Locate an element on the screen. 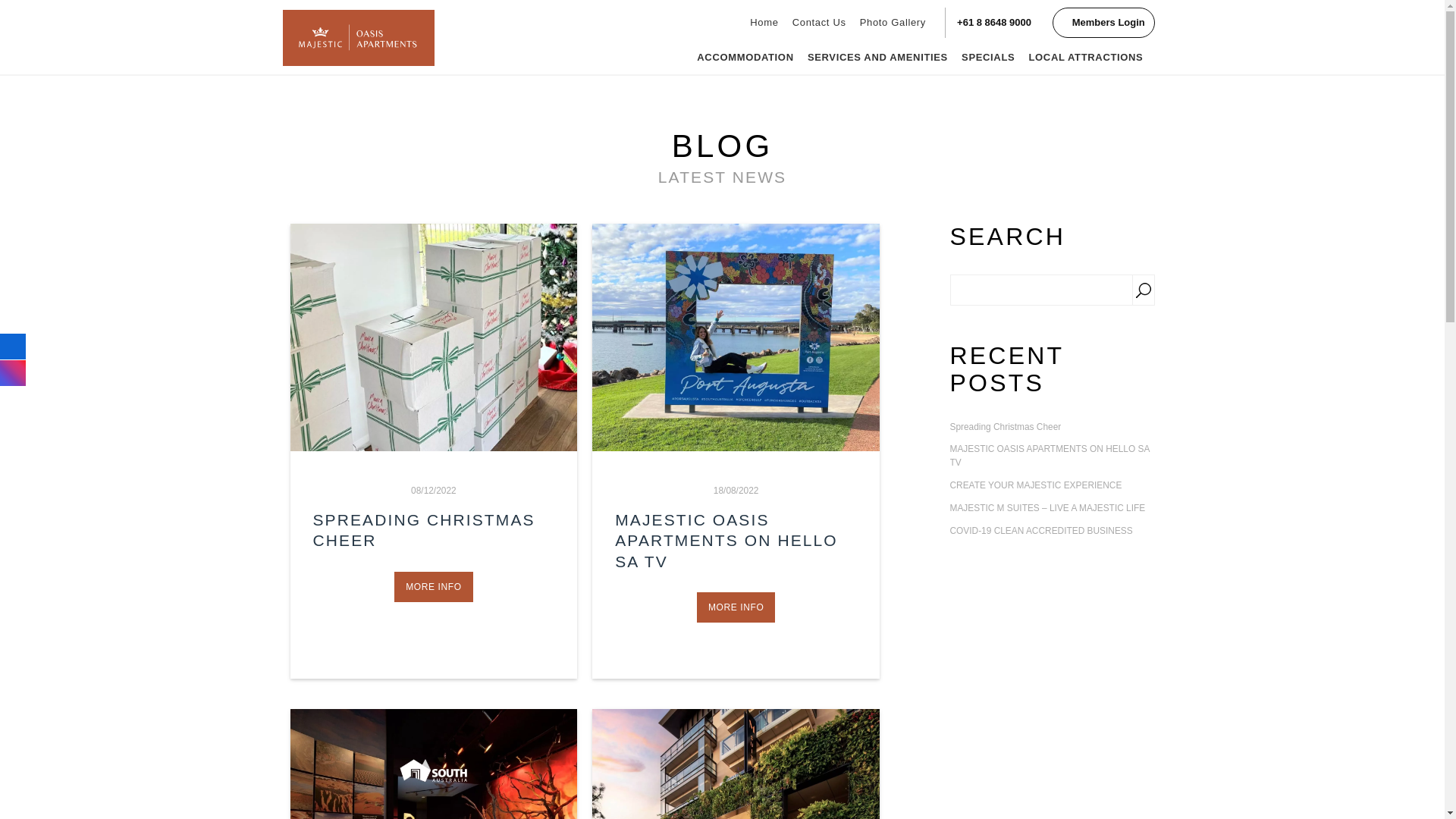 The width and height of the screenshot is (1456, 819). 'Search' is located at coordinates (1131, 290).